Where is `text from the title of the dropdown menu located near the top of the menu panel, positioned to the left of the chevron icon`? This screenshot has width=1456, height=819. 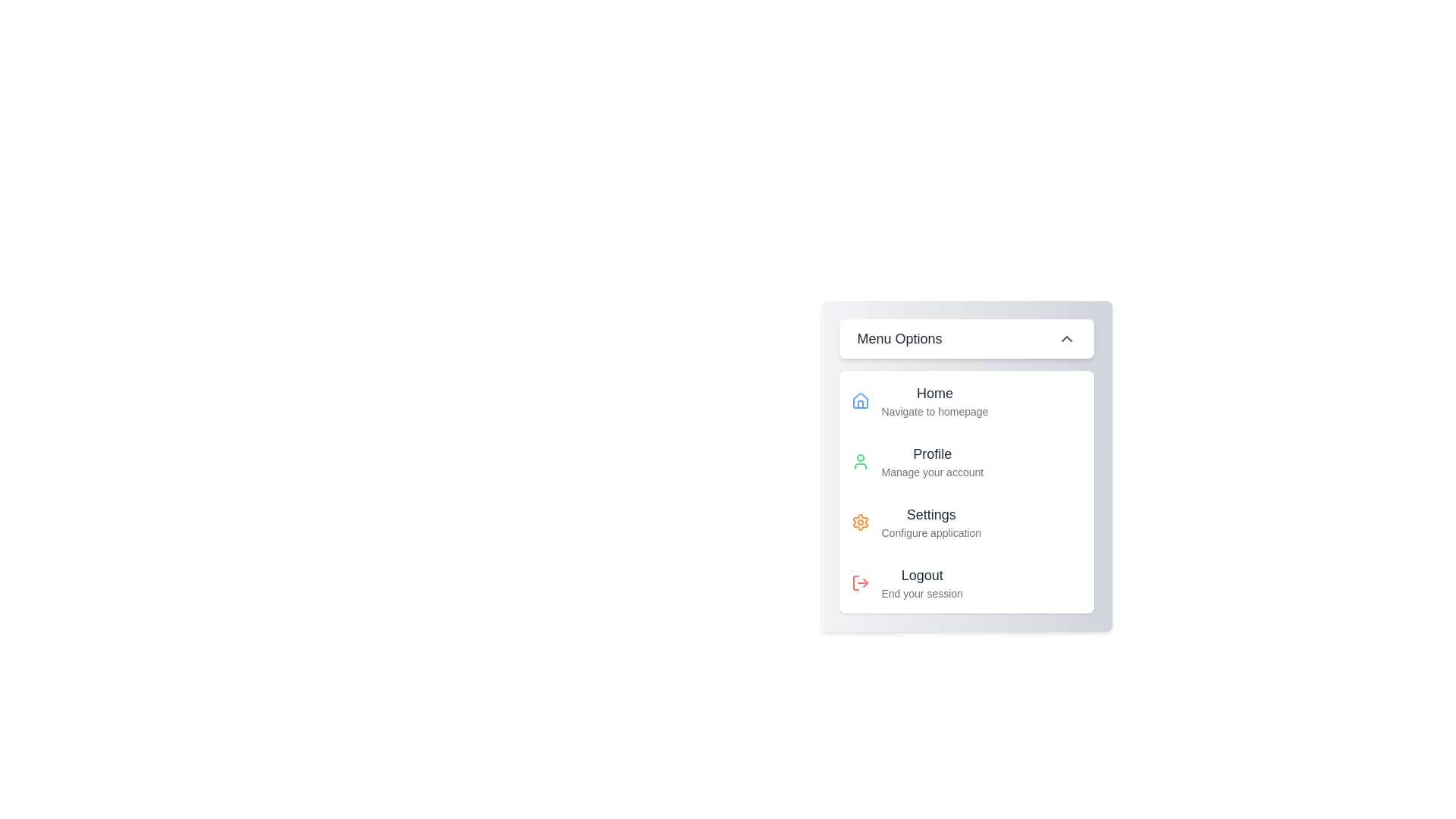
text from the title of the dropdown menu located near the top of the menu panel, positioned to the left of the chevron icon is located at coordinates (899, 338).